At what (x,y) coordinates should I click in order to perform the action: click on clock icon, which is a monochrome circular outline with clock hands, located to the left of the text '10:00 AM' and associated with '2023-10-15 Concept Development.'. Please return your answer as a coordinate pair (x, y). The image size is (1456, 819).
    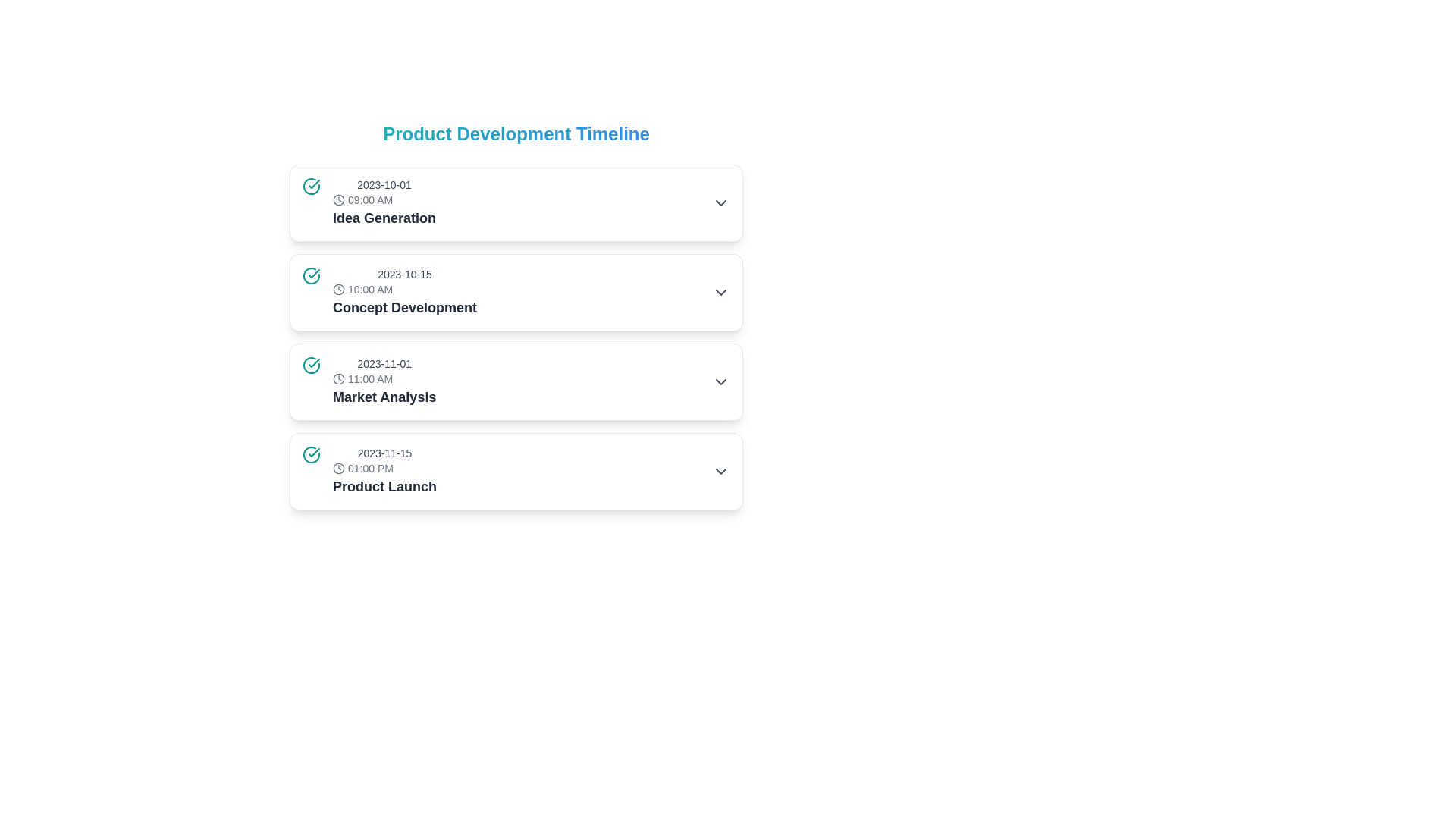
    Looking at the image, I should click on (337, 289).